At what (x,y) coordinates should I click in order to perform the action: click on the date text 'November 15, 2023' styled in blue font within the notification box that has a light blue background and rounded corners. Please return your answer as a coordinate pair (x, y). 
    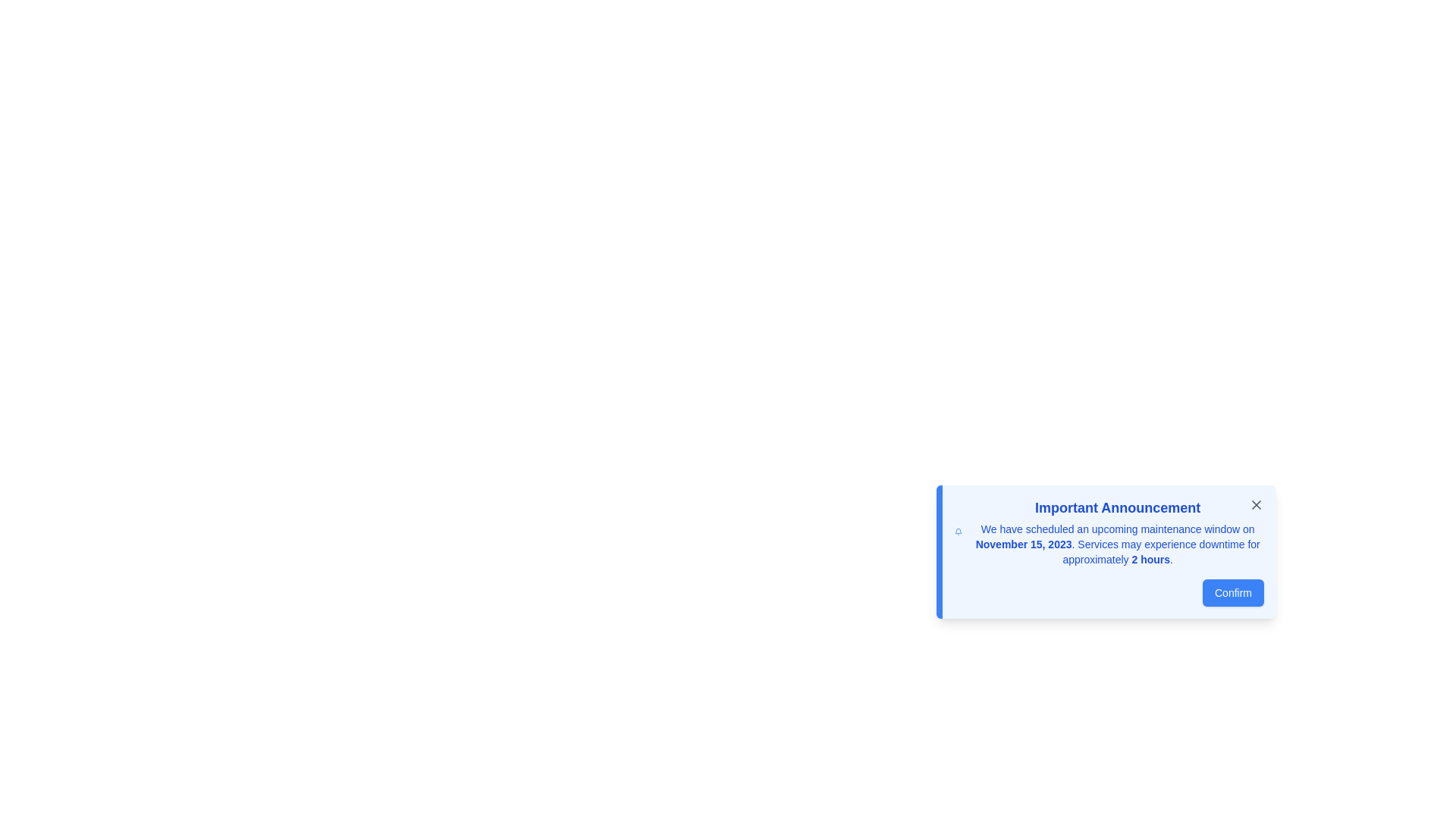
    Looking at the image, I should click on (1024, 543).